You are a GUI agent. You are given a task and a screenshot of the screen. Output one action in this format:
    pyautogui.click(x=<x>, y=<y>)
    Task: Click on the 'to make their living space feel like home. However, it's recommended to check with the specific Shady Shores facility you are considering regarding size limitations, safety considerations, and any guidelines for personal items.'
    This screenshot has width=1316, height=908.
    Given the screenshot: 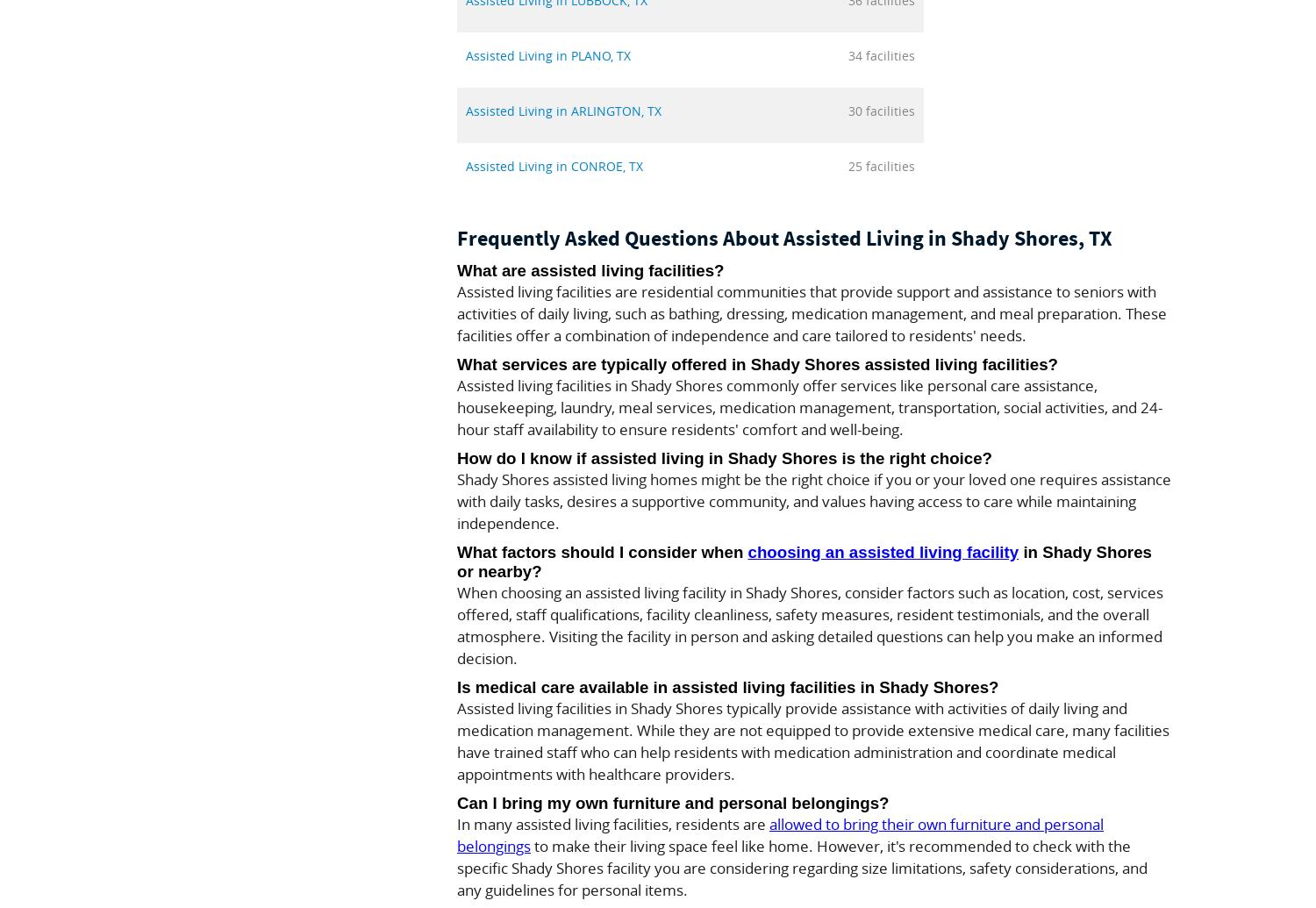 What is the action you would take?
    pyautogui.click(x=456, y=867)
    